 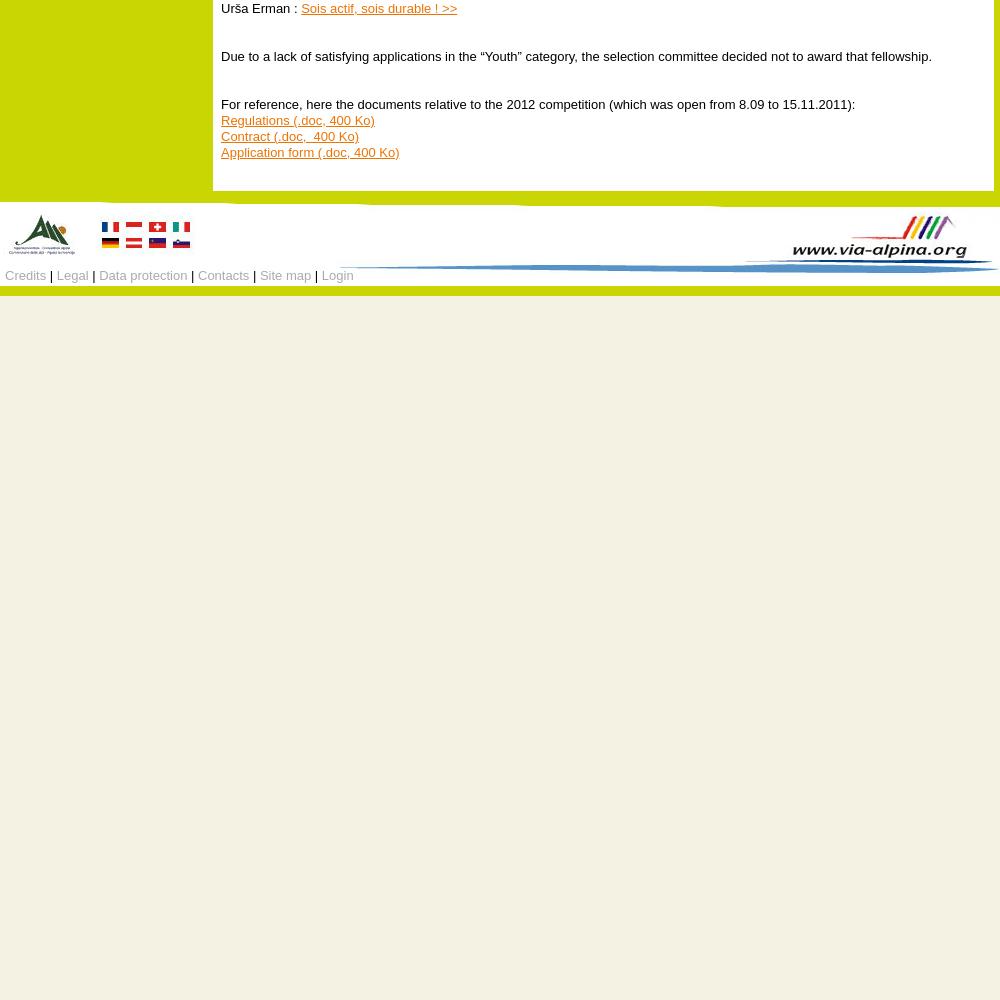 I want to click on 'Login', so click(x=336, y=274).